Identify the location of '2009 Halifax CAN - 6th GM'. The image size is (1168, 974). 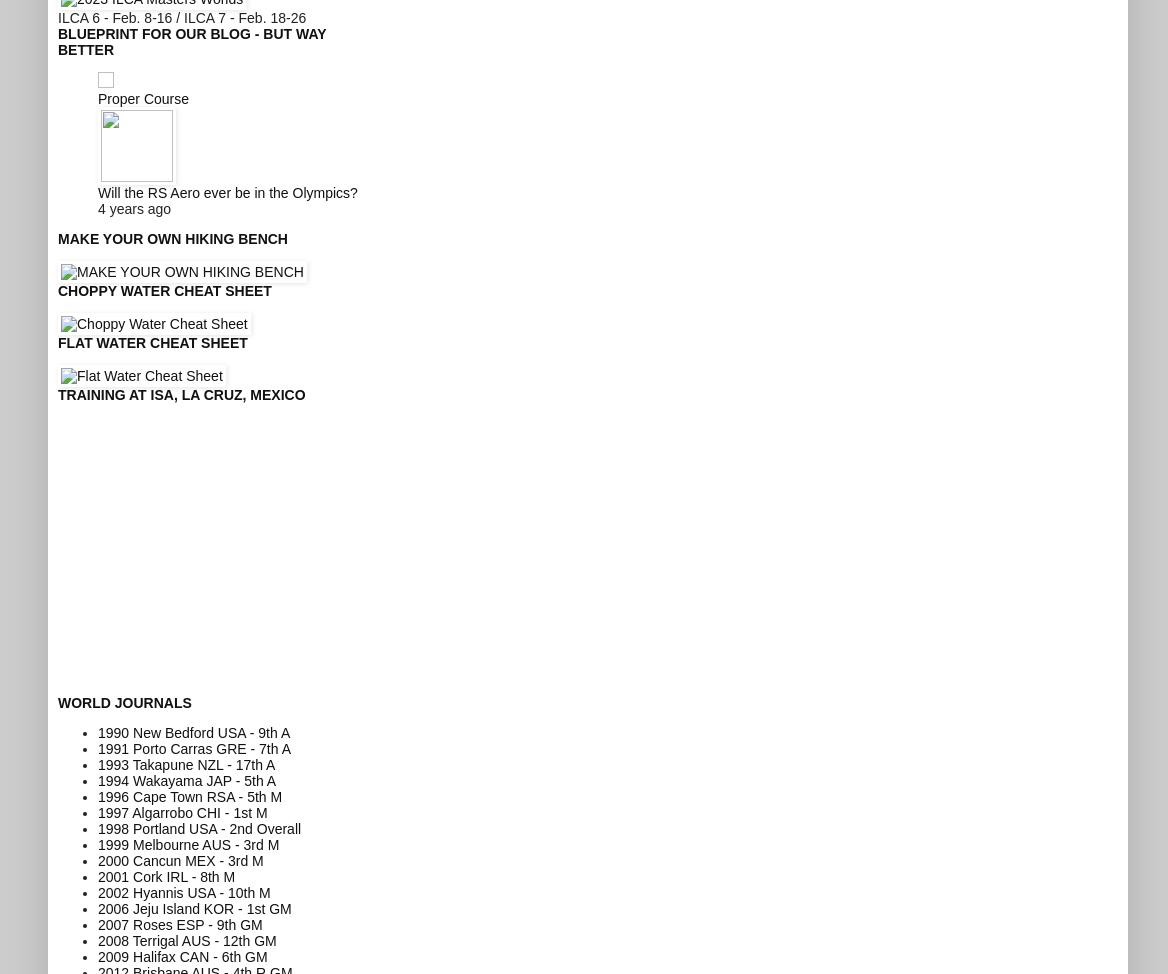
(96, 954).